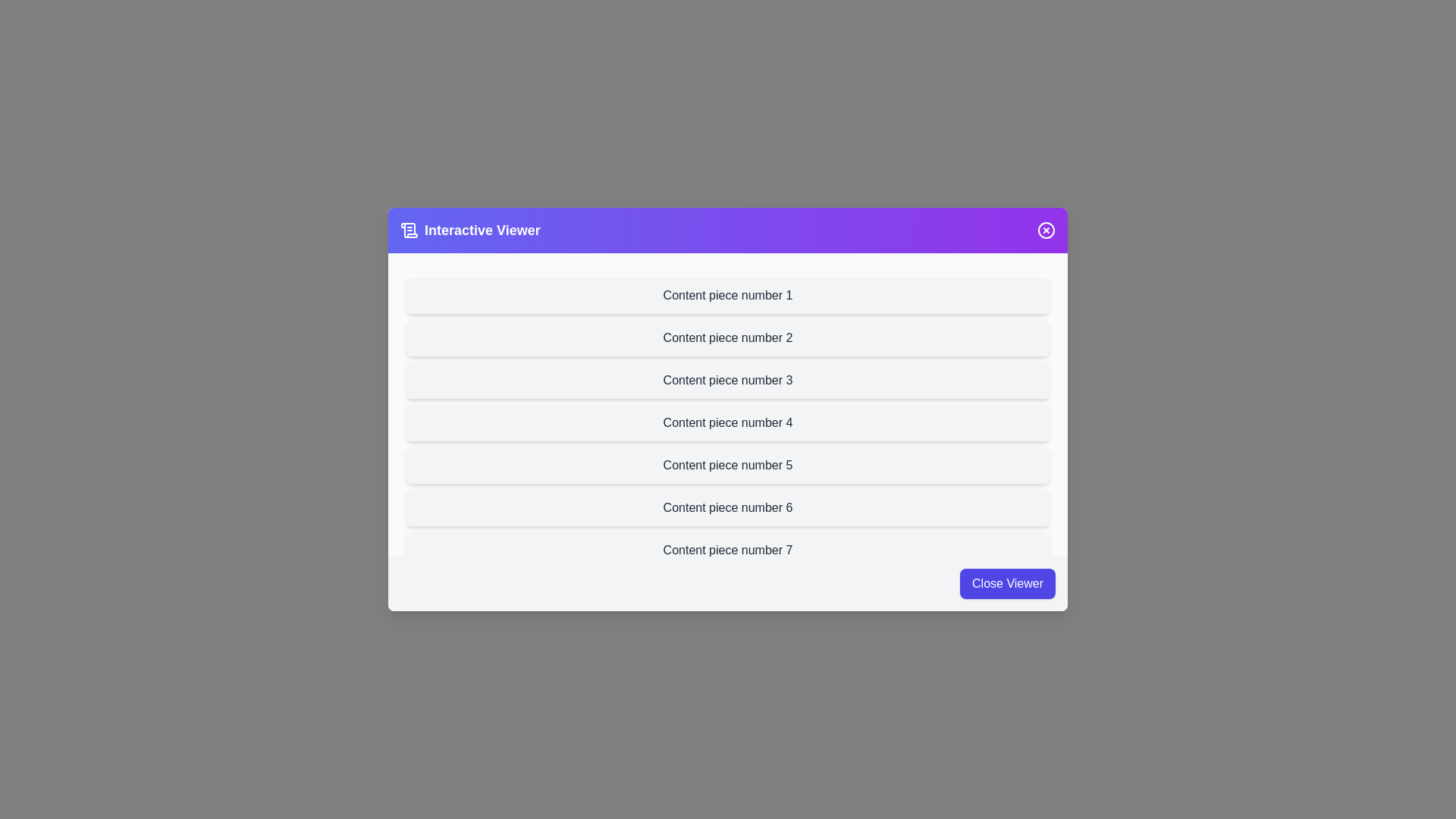 The image size is (1456, 819). I want to click on the content item labeled 'Content piece number 6' to observe its hover effect, so click(728, 508).